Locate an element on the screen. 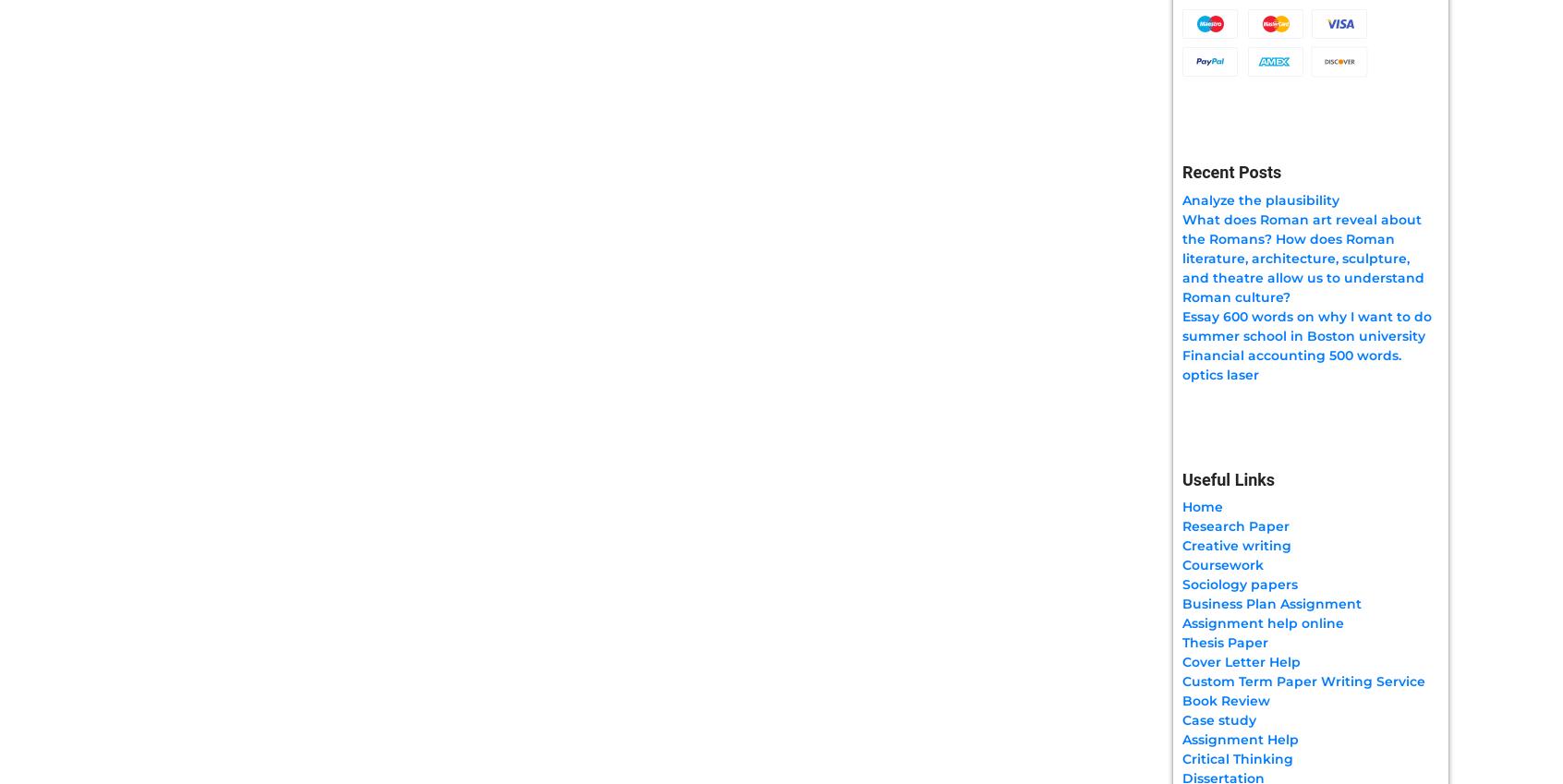 The height and width of the screenshot is (784, 1563). 'Cover Letter Help' is located at coordinates (1241, 660).